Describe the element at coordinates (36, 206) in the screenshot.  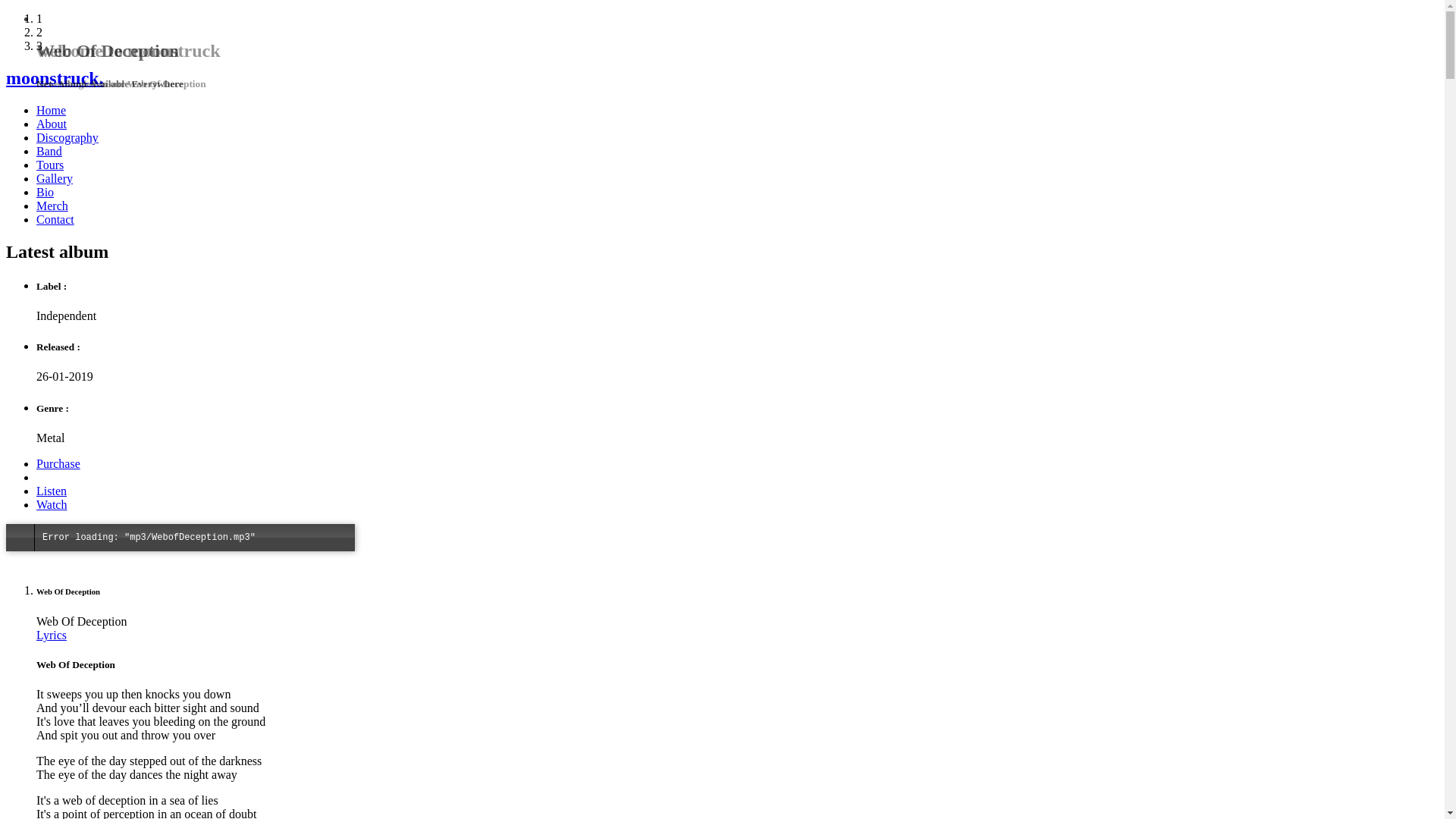
I see `'Merch'` at that location.